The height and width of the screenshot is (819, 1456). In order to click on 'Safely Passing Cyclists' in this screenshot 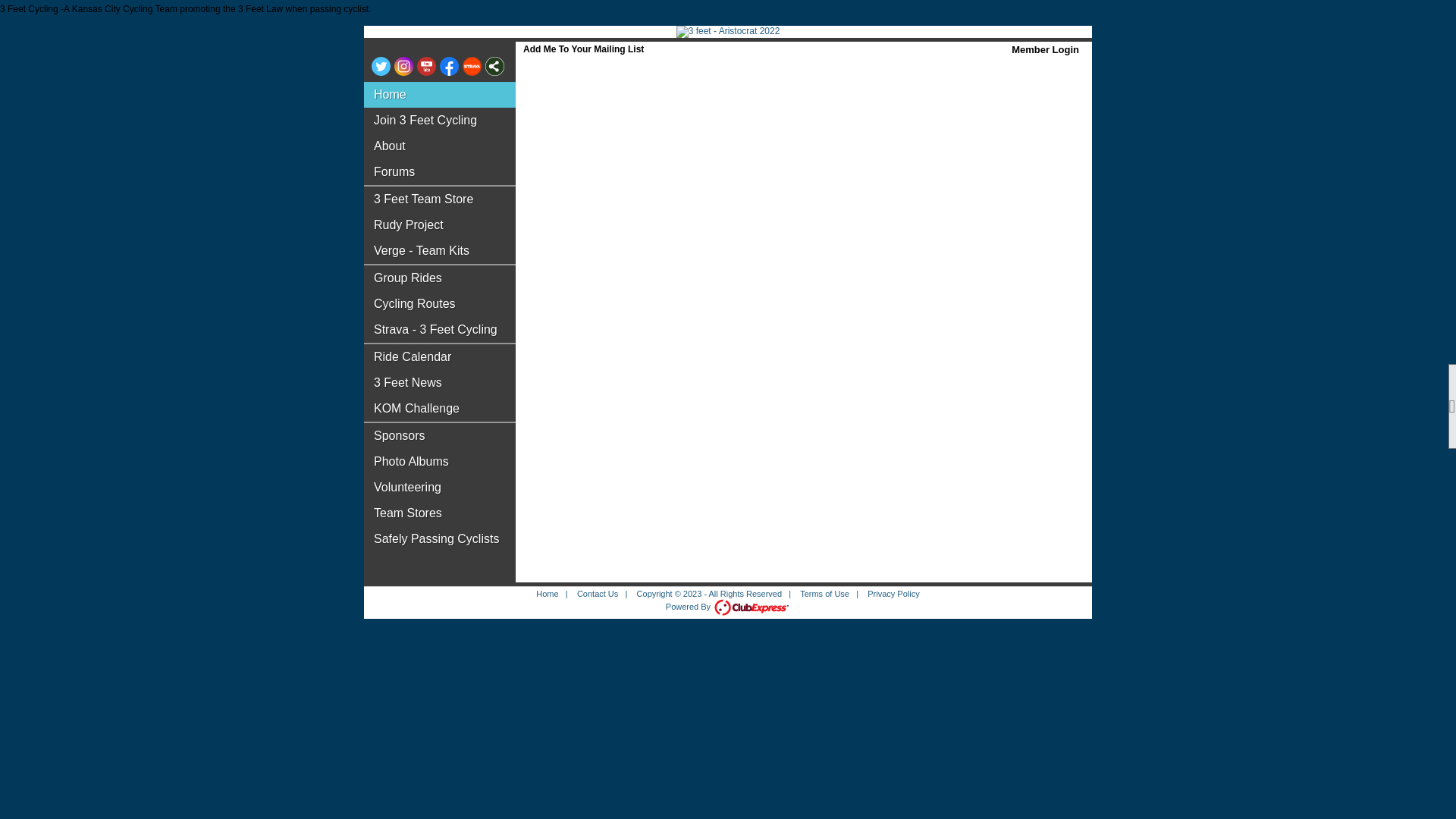, I will do `click(439, 538)`.